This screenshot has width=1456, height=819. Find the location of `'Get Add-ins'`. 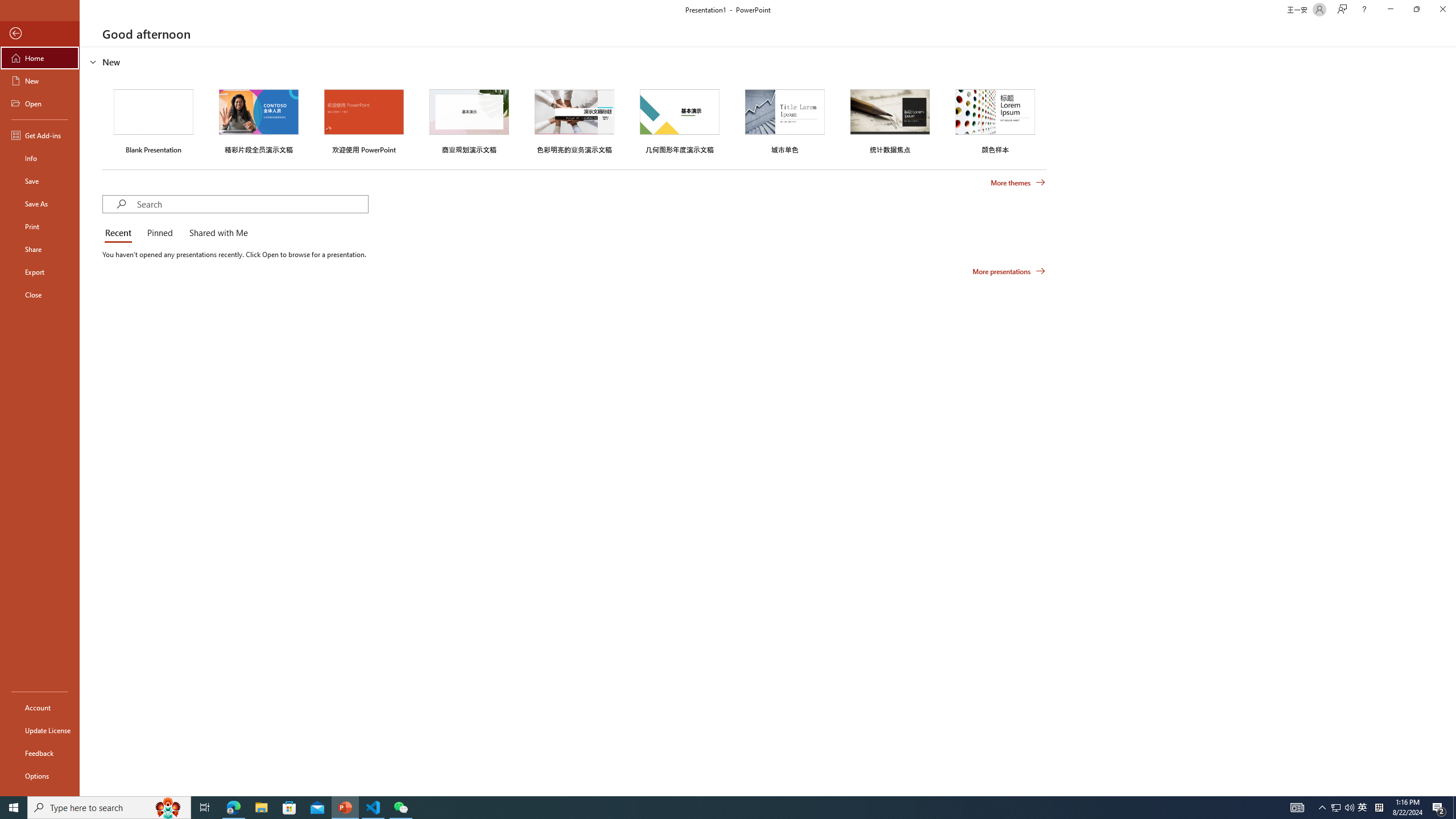

'Get Add-ins' is located at coordinates (39, 135).